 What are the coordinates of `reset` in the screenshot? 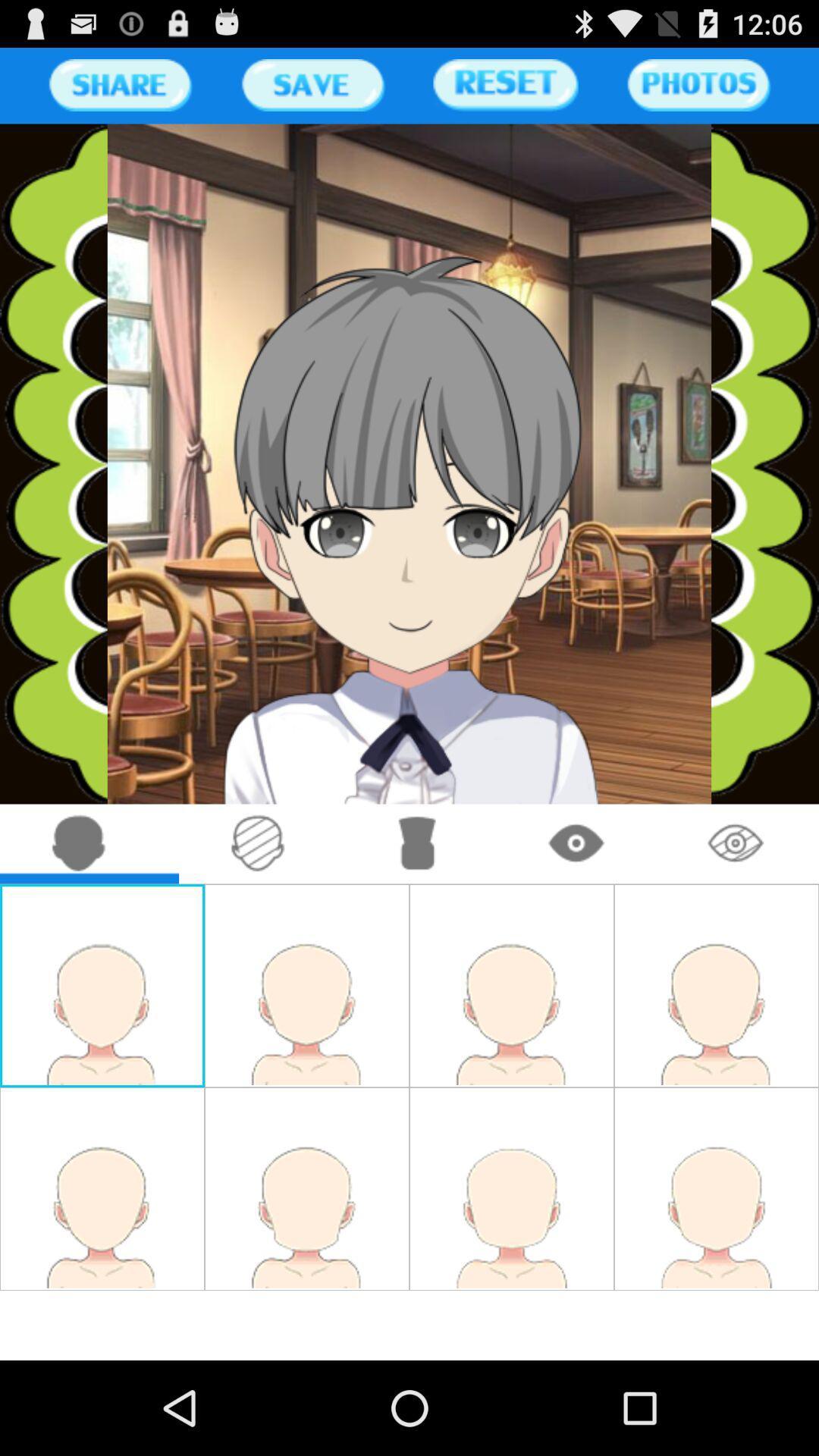 It's located at (506, 84).